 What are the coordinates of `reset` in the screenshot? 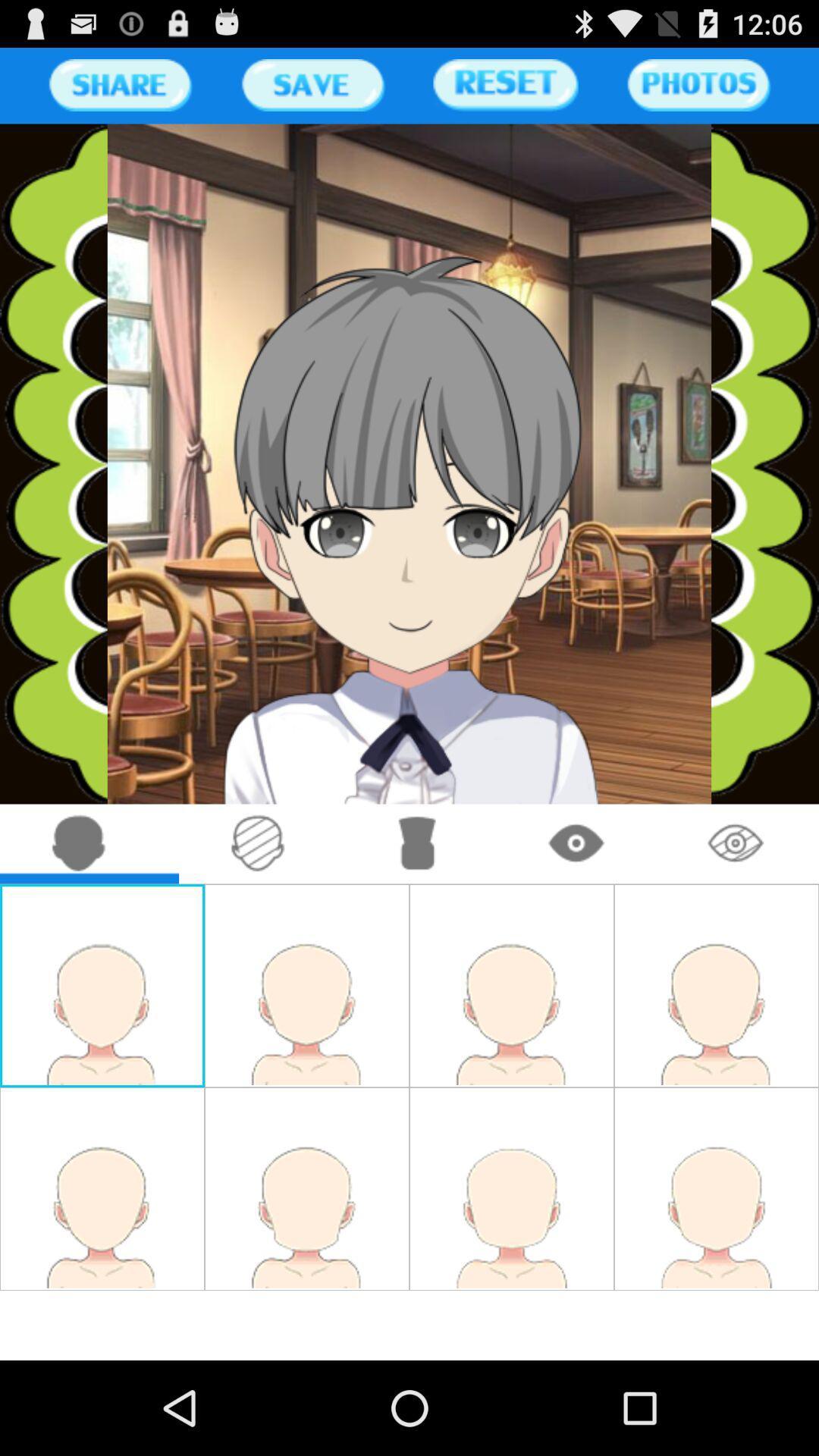 It's located at (506, 84).